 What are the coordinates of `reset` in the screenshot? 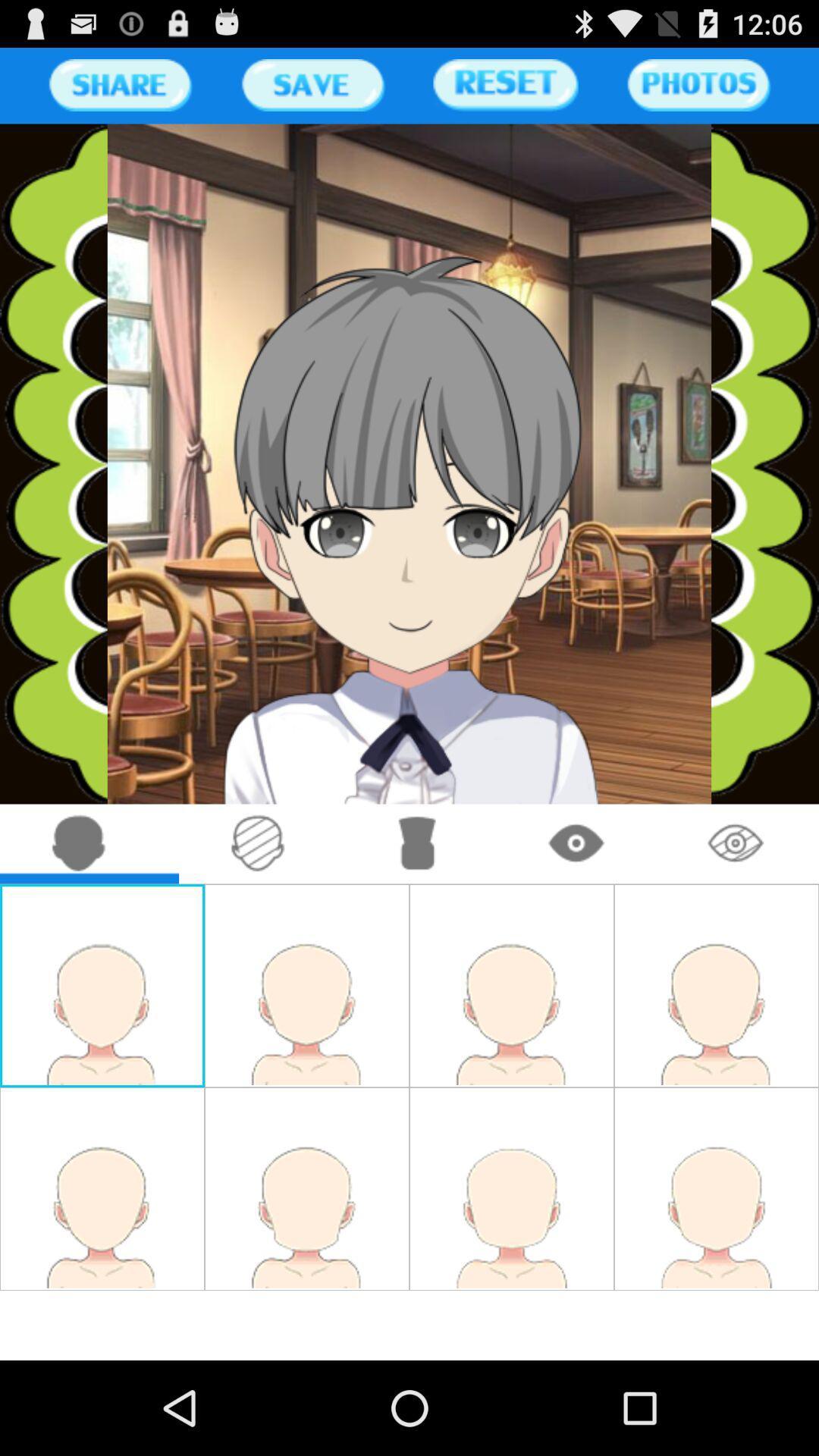 It's located at (506, 84).